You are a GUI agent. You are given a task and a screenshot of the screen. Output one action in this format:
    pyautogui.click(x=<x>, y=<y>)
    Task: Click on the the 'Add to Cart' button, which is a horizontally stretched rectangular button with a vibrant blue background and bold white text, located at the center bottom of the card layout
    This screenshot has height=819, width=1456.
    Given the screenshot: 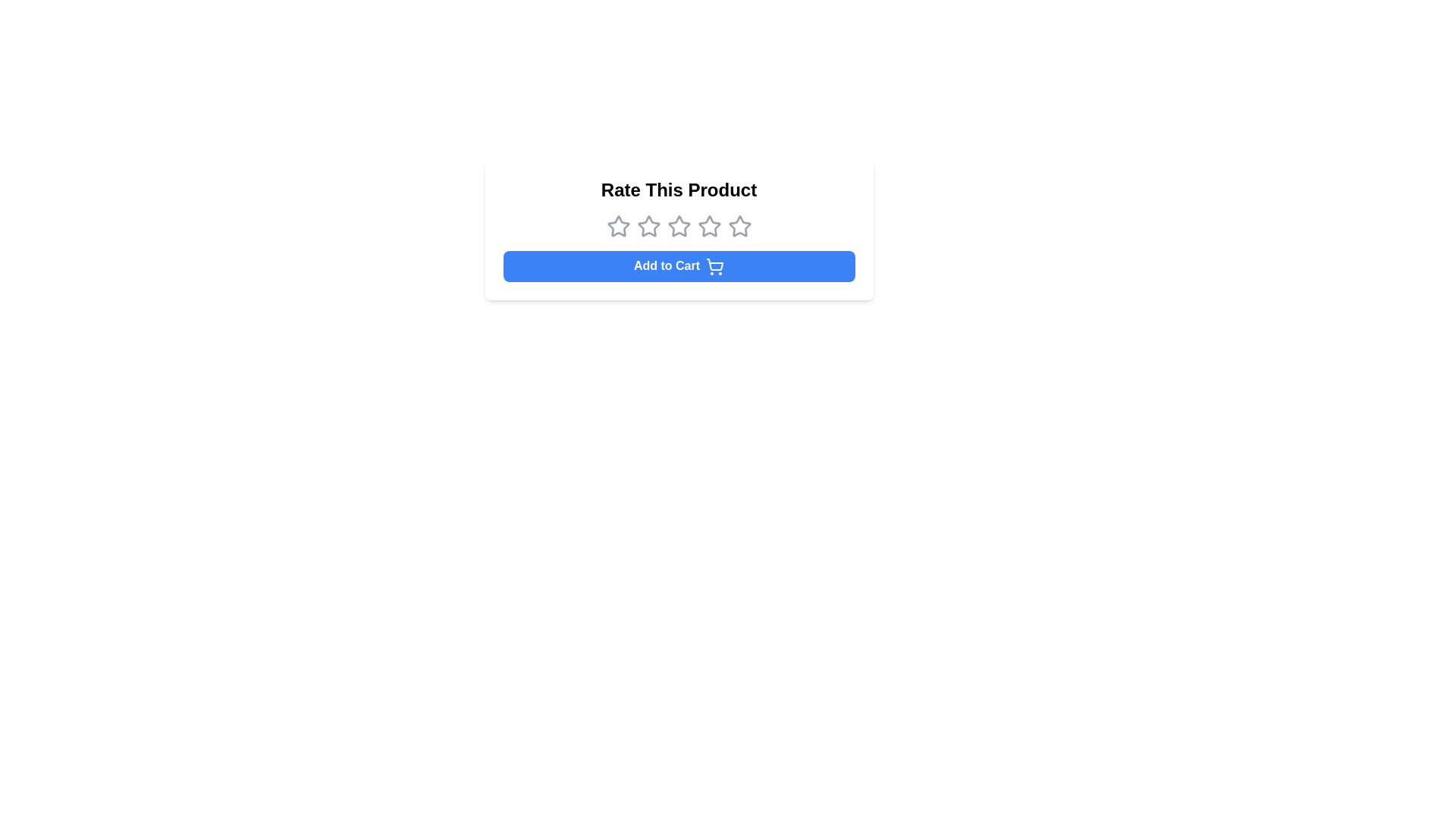 What is the action you would take?
    pyautogui.click(x=678, y=265)
    